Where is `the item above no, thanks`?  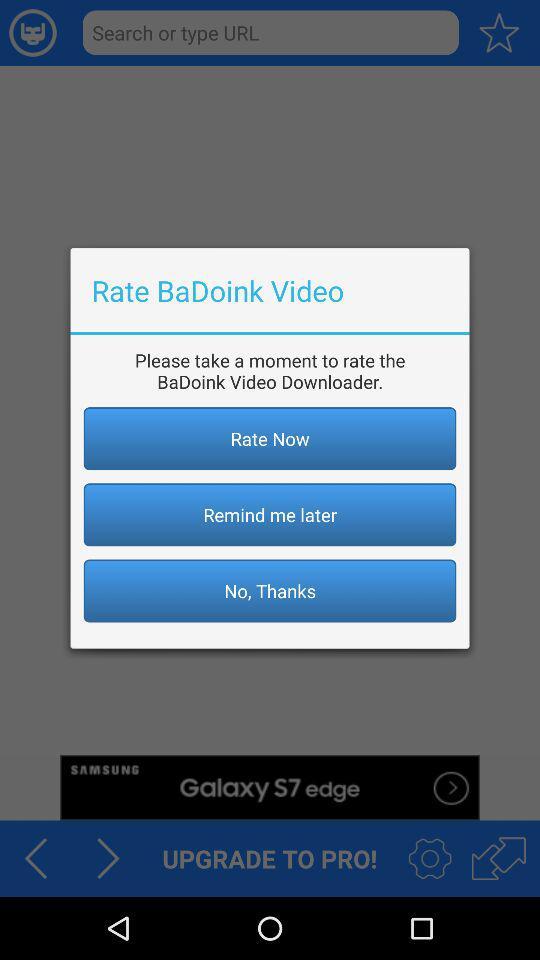 the item above no, thanks is located at coordinates (270, 513).